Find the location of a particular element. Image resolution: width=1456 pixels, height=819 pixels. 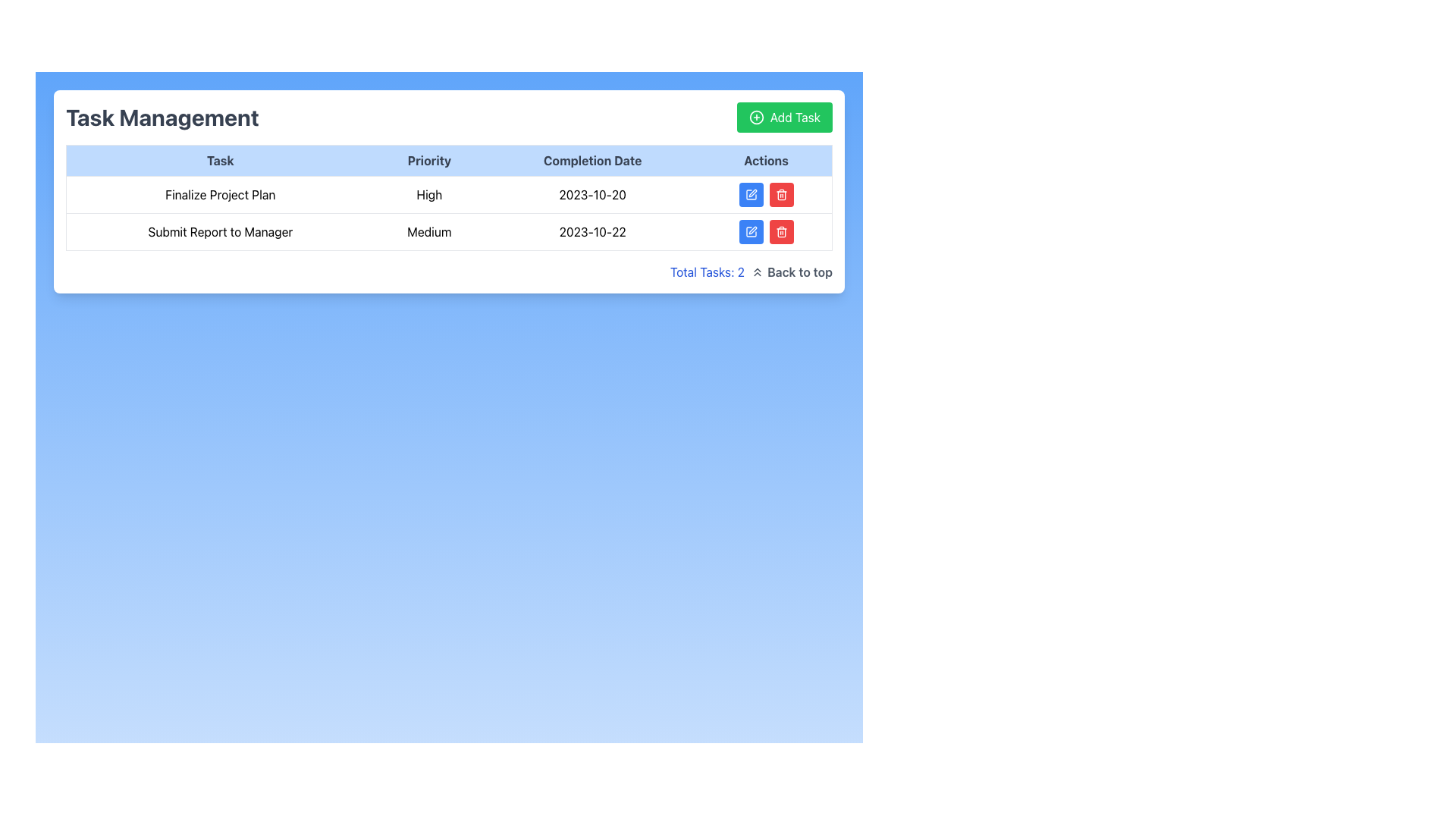

the Text Label that serves as a navigation feature to scroll to the top of the page, located next to the 'Total Tasks: 2' label and the double-chevron icon pointing upwards is located at coordinates (799, 271).